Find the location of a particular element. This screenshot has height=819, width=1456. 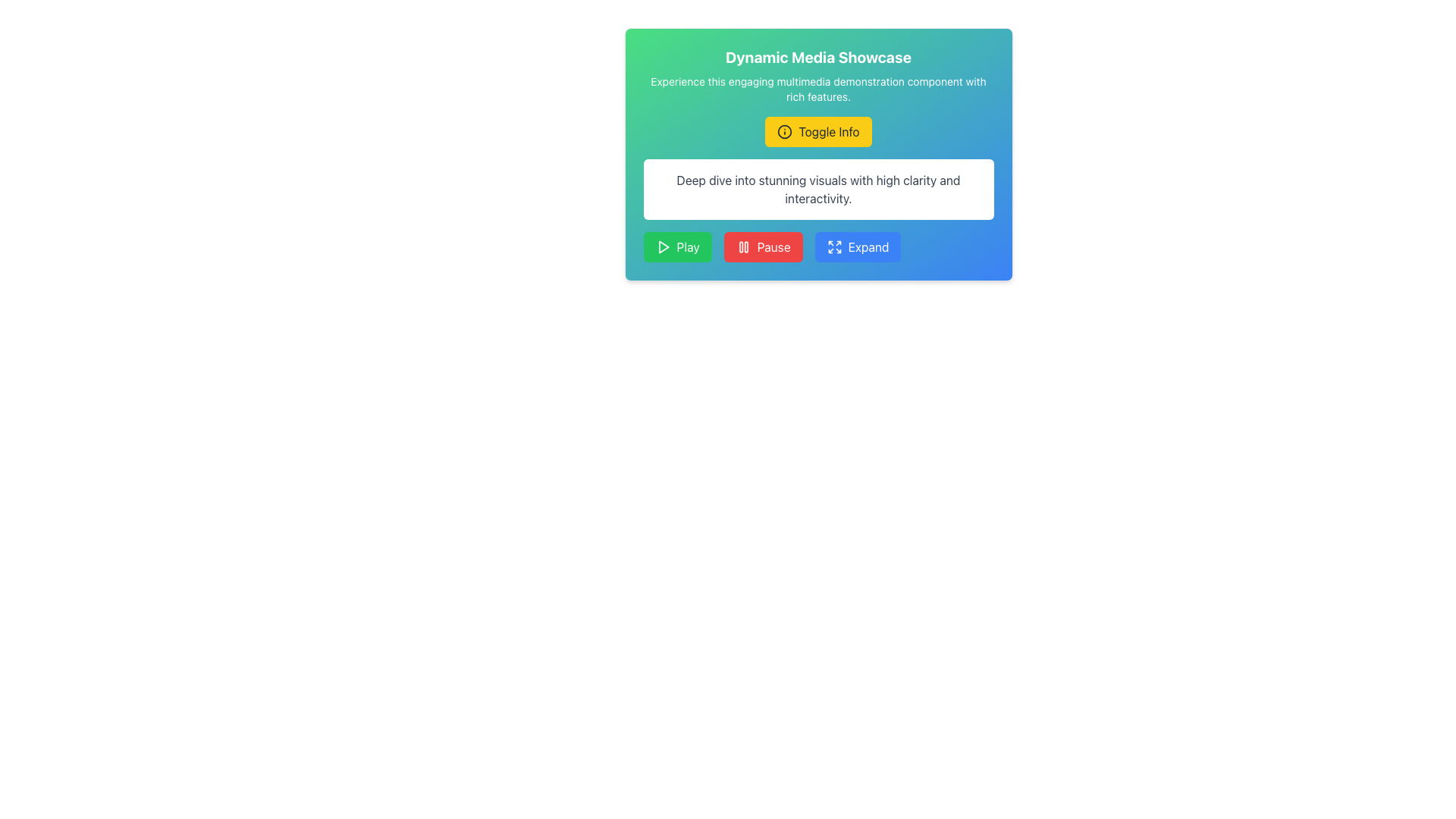

the small square button with a blue background and a white icon of four arrows pointing outward, which represents the expand action, located at the bottom of the card component is located at coordinates (833, 246).